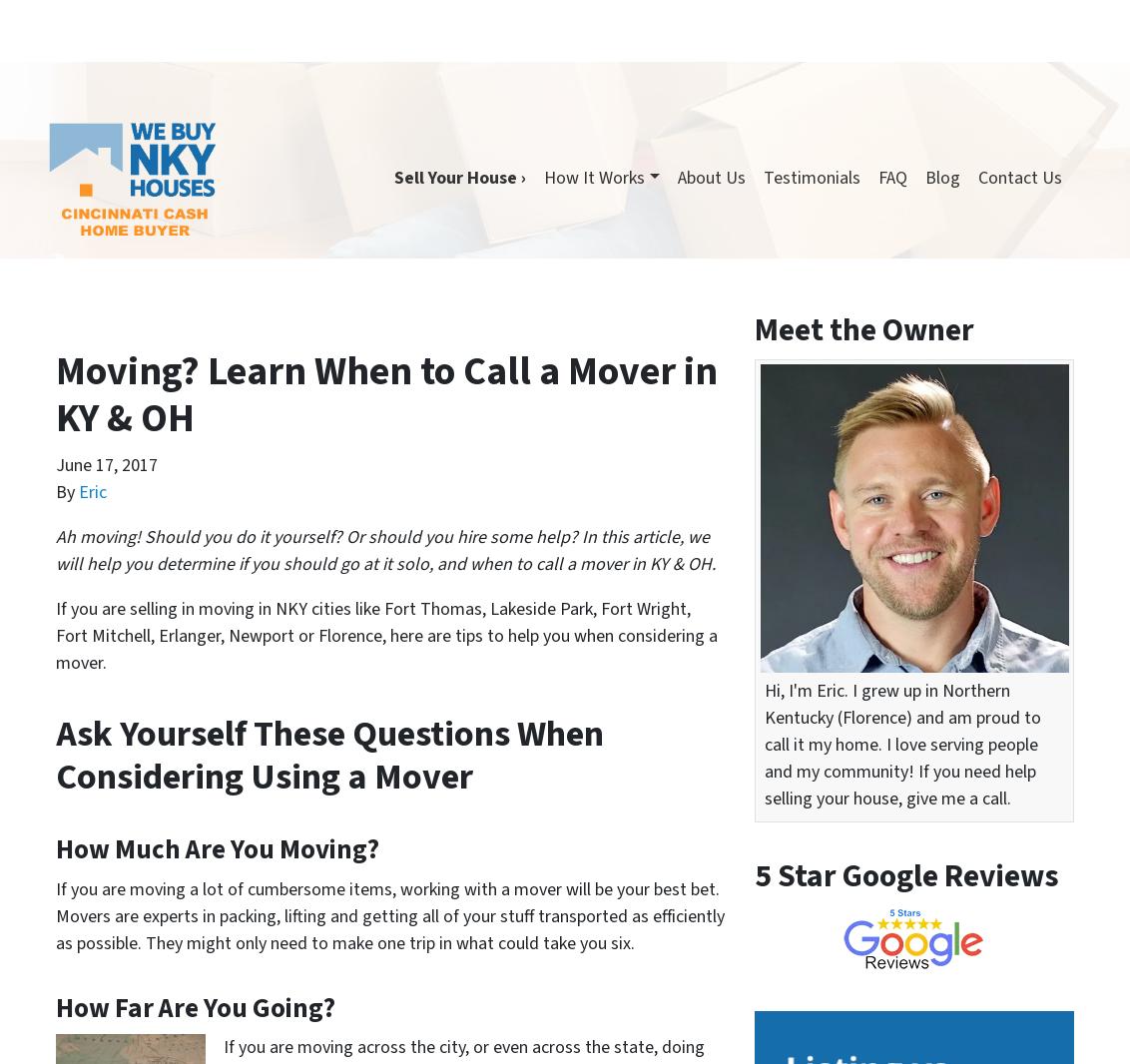 This screenshot has height=1064, width=1130. Describe the element at coordinates (1045, 78) in the screenshot. I see `'About Us'` at that location.